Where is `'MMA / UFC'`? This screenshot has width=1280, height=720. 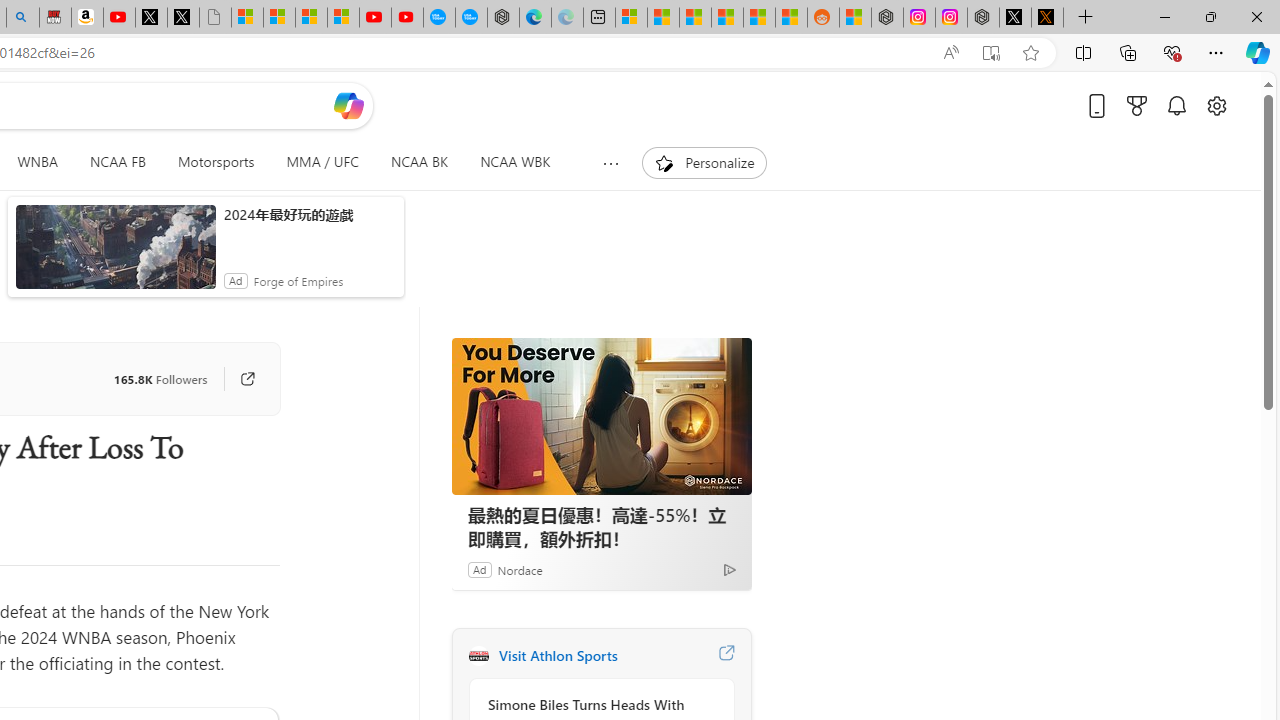
'MMA / UFC' is located at coordinates (321, 162).